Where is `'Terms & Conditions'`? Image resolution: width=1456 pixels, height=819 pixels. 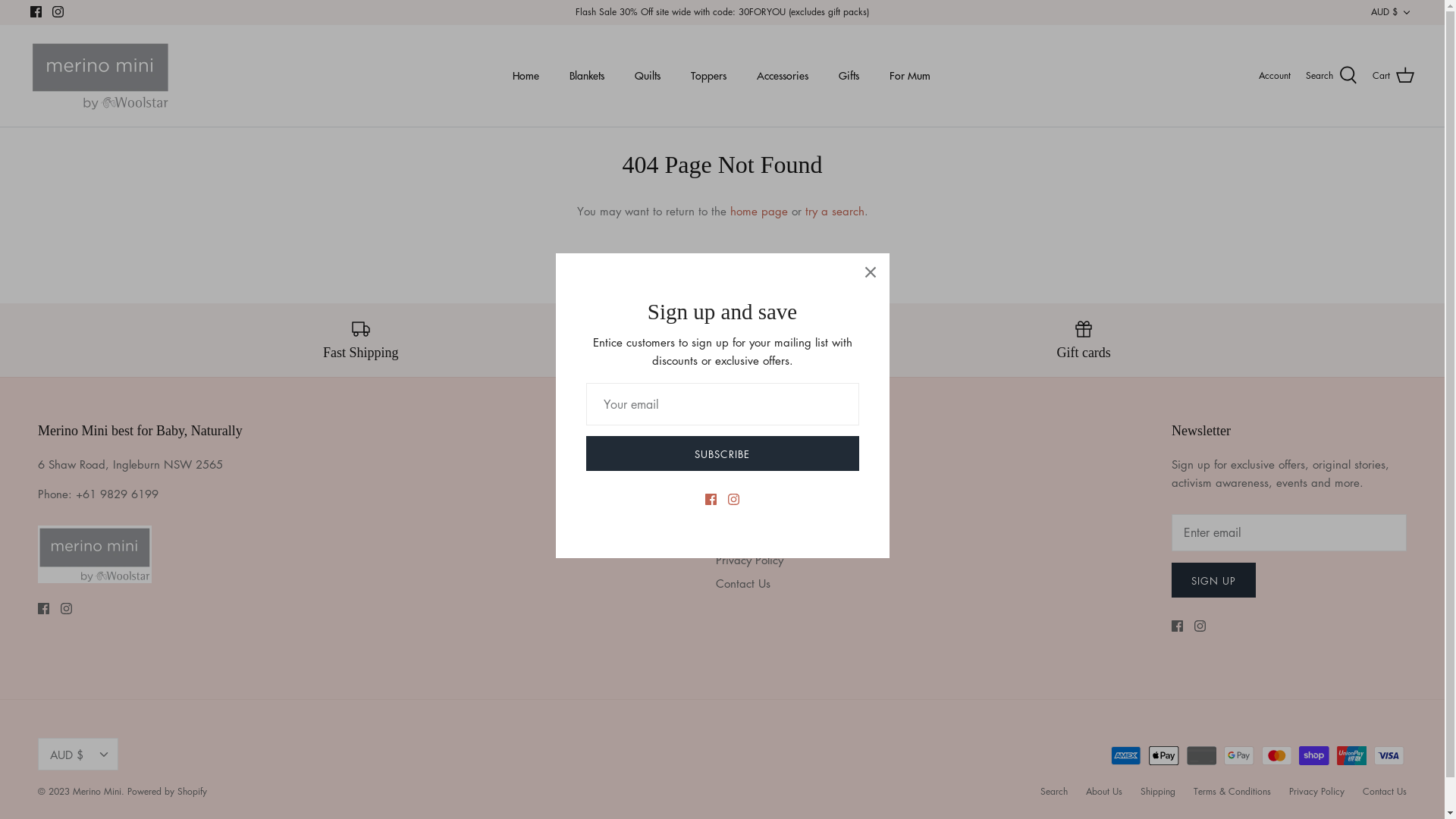
'Terms & Conditions' is located at coordinates (1232, 790).